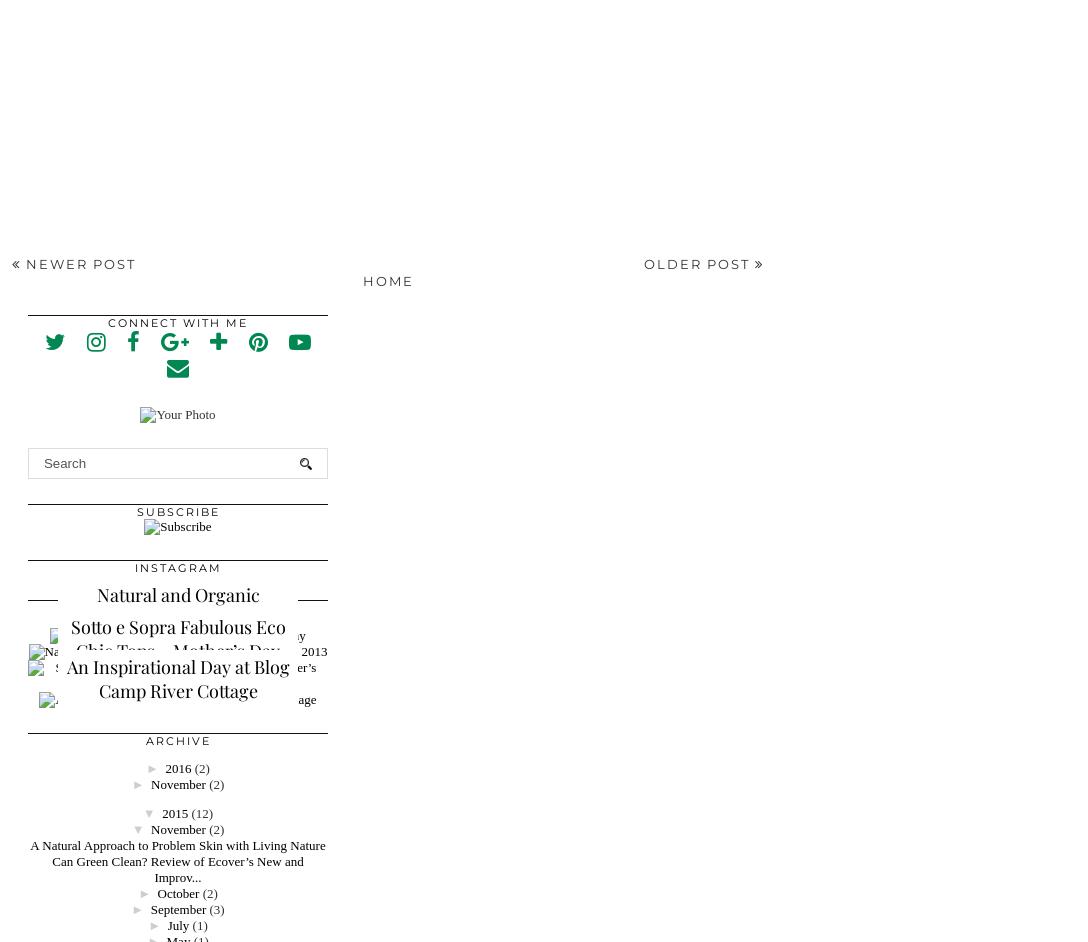 The width and height of the screenshot is (1088, 942). What do you see at coordinates (176, 767) in the screenshot?
I see `'2016'` at bounding box center [176, 767].